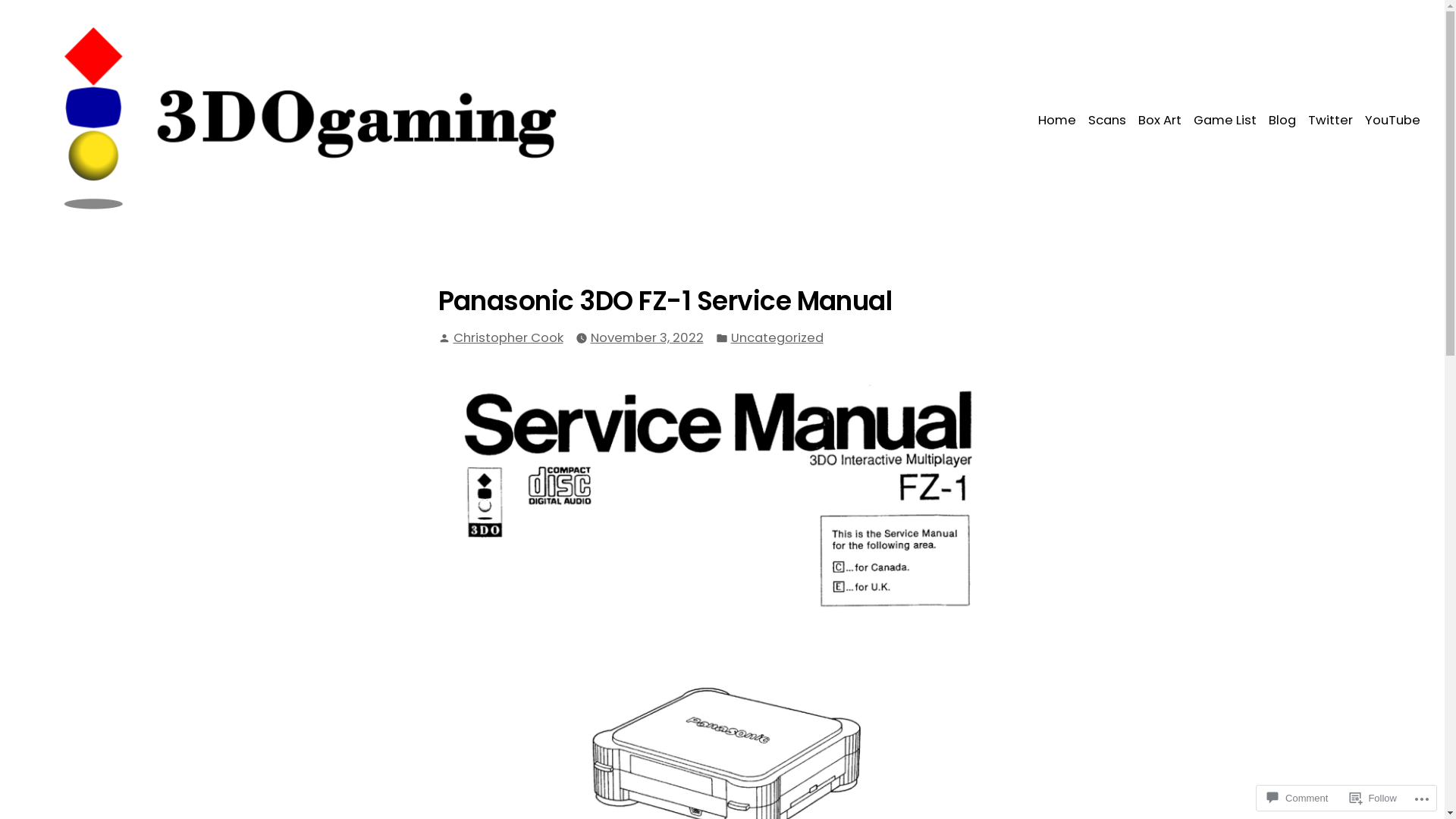 The width and height of the screenshot is (1456, 819). I want to click on 'YouTube', so click(1358, 120).